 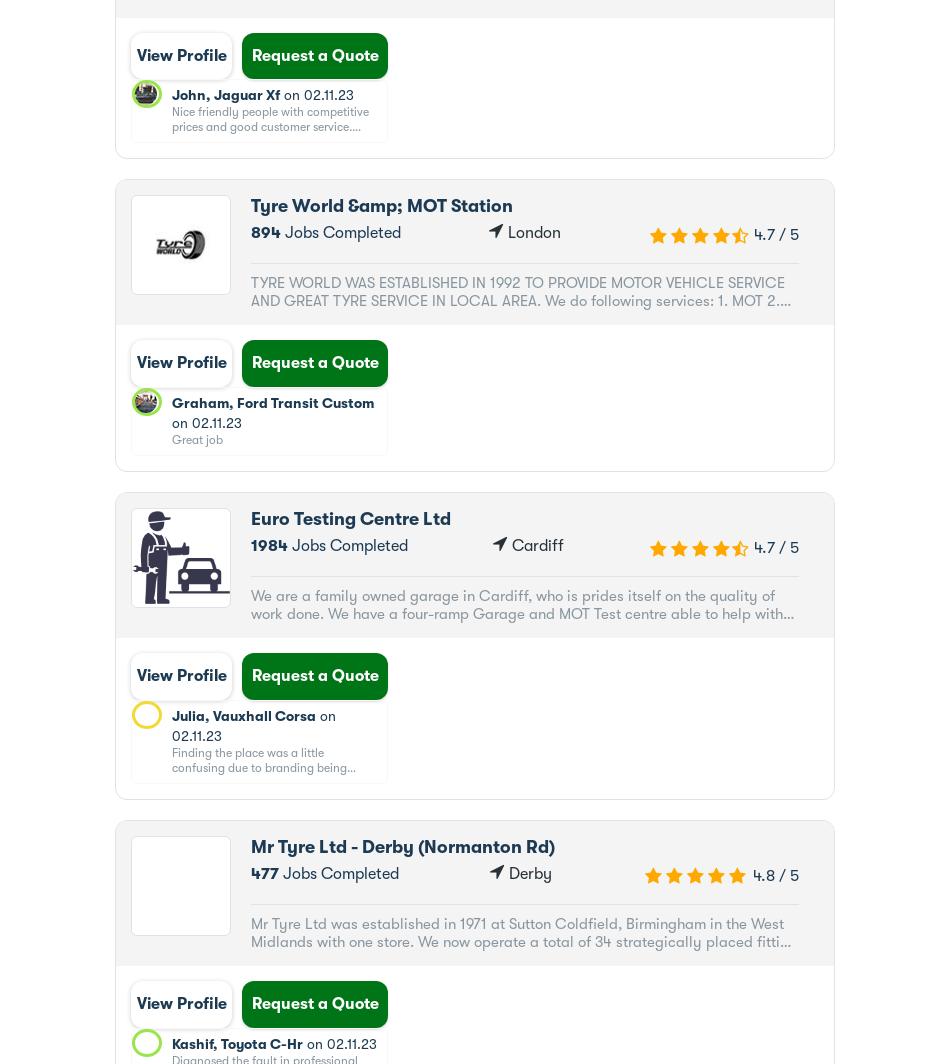 What do you see at coordinates (272, 782) in the screenshot?
I see `'Finding the place was a little confusing due to branding being different on here than the centre itself, but the work was performed quickly, and Lucia'` at bounding box center [272, 782].